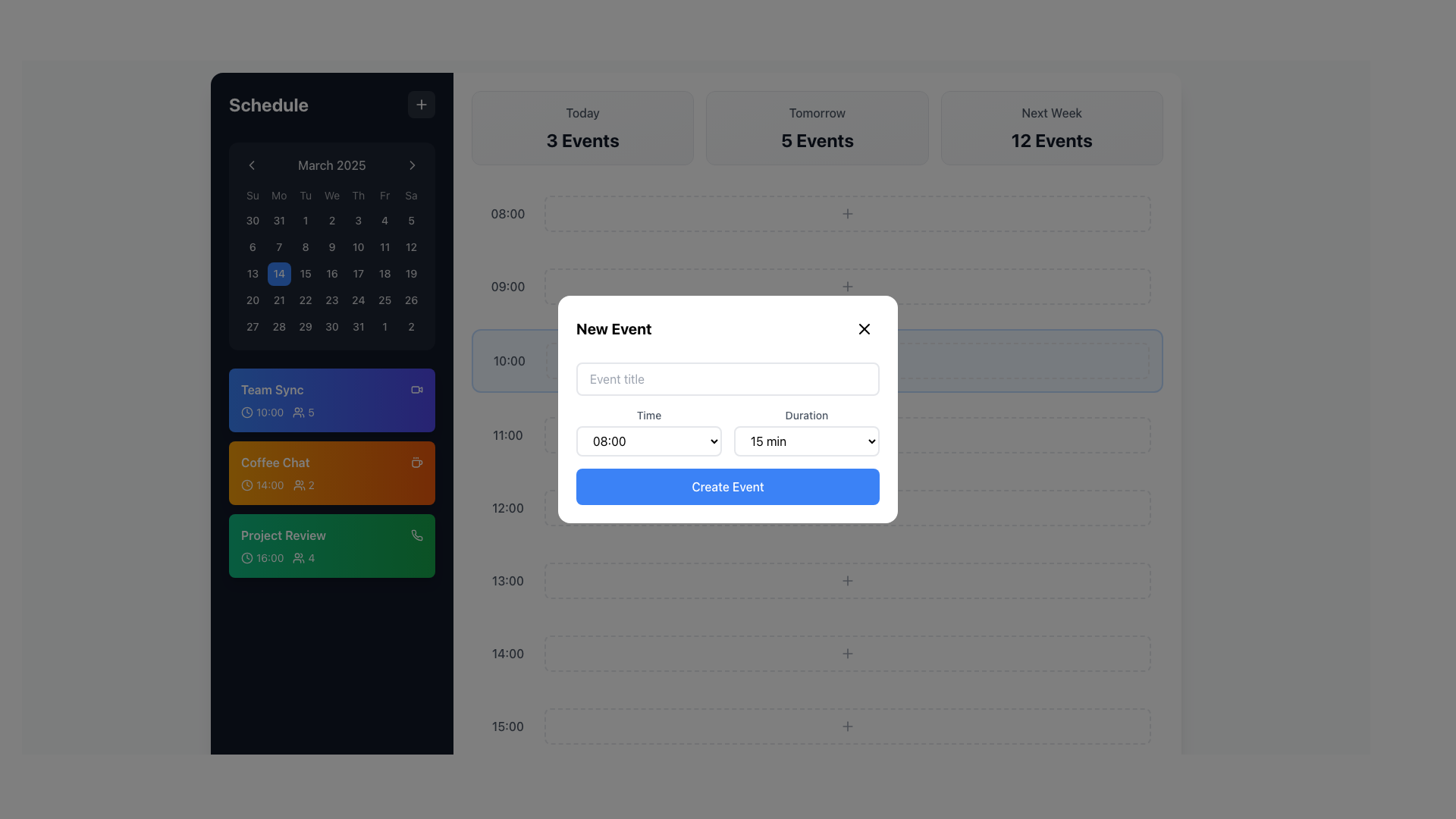 This screenshot has height=819, width=1456. I want to click on the square-shaped button with rounded corners and the number '12' in light text, so click(411, 246).